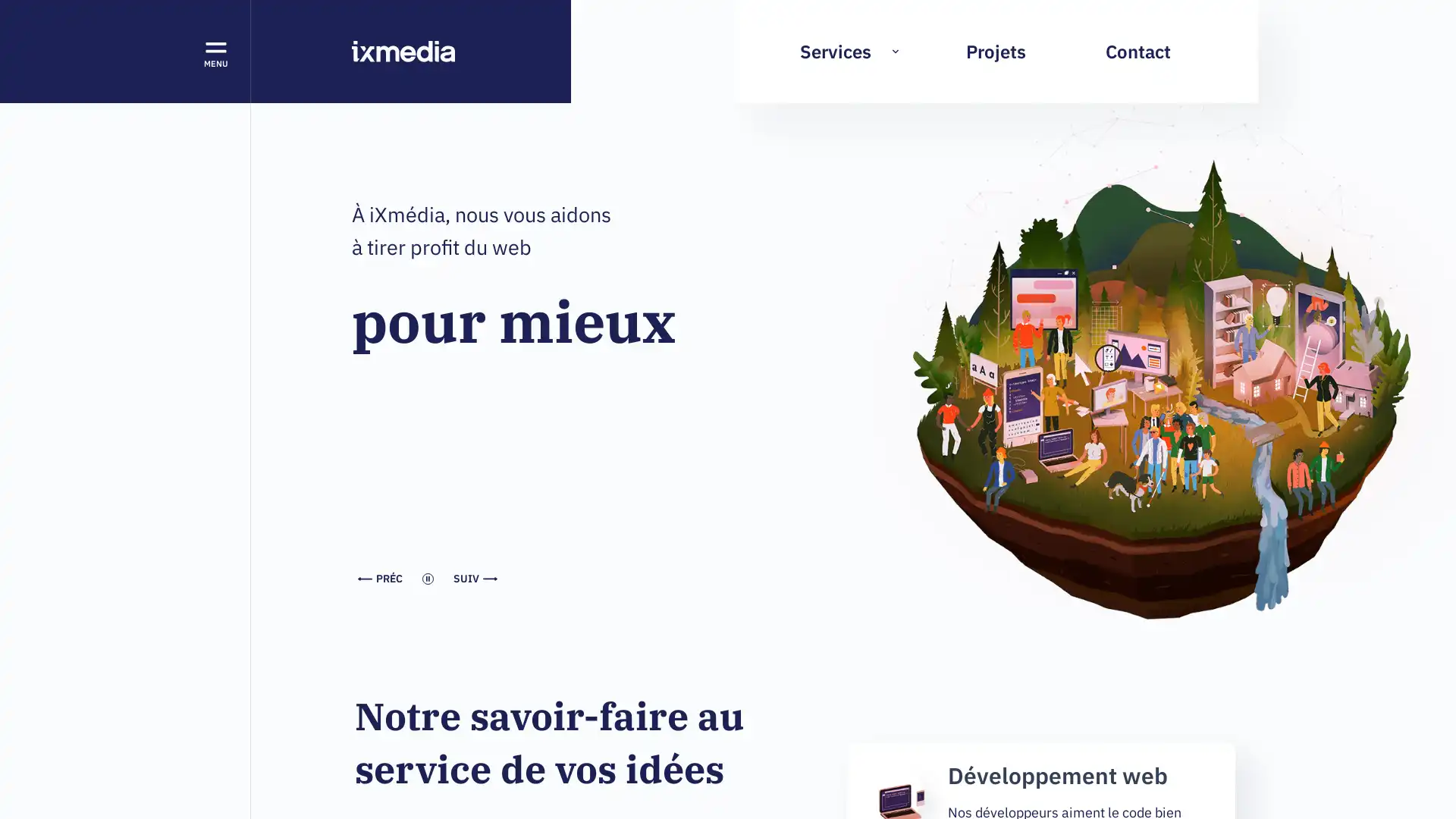  Describe the element at coordinates (380, 579) in the screenshot. I see `PREC EDENT` at that location.